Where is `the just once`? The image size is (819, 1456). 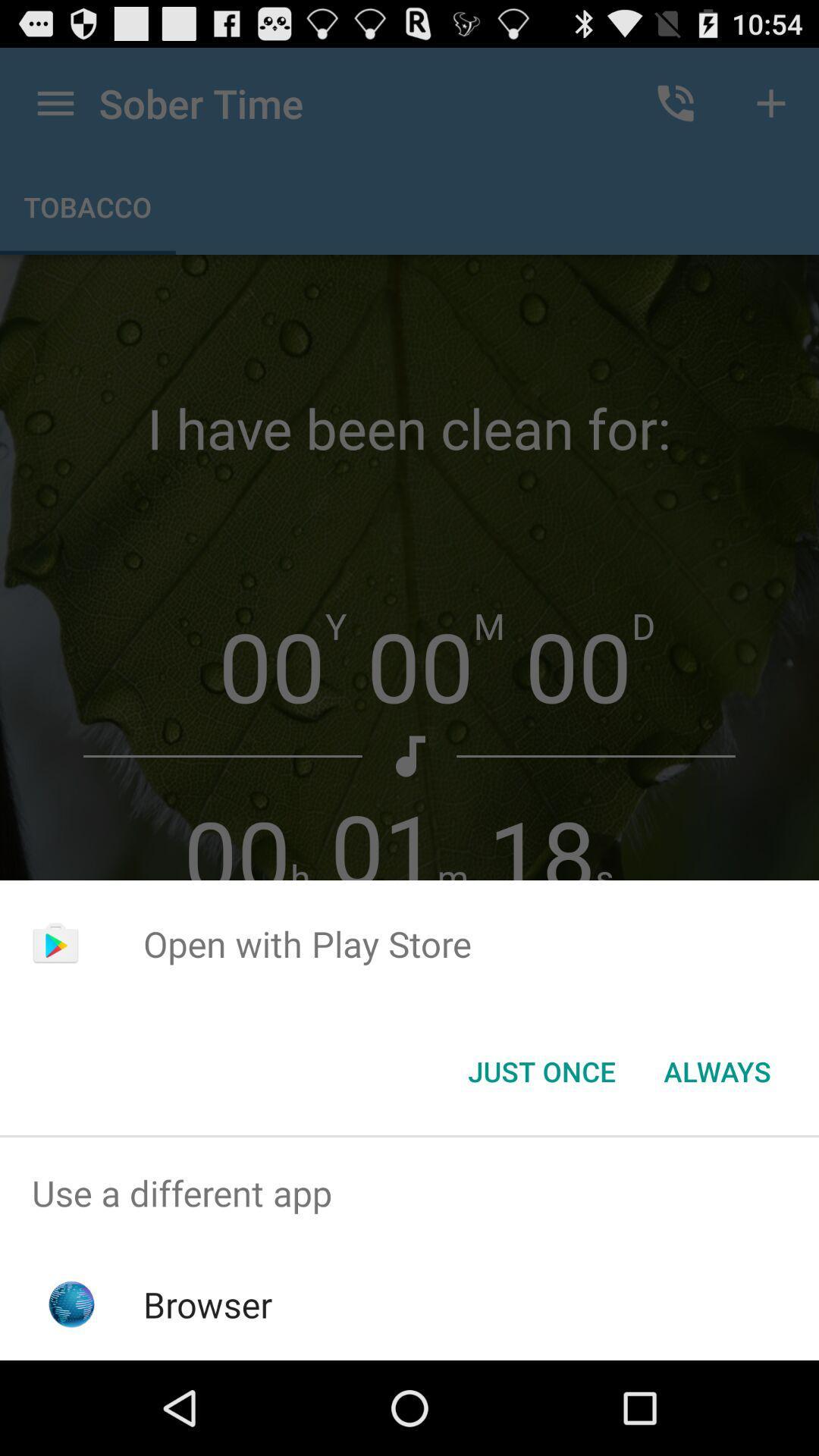
the just once is located at coordinates (541, 1070).